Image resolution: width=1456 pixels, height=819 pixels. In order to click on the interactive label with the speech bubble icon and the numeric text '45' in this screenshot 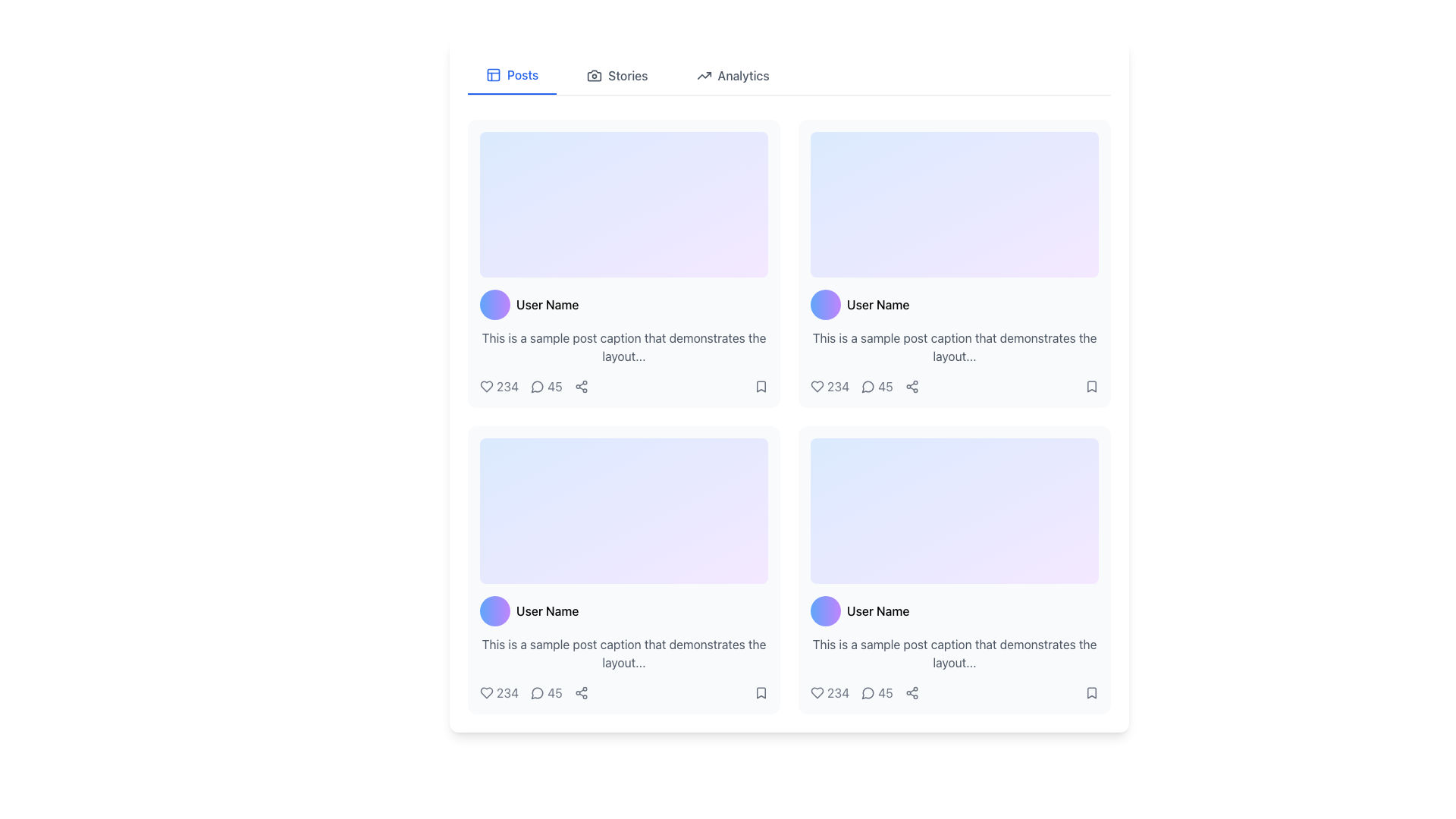, I will do `click(877, 385)`.